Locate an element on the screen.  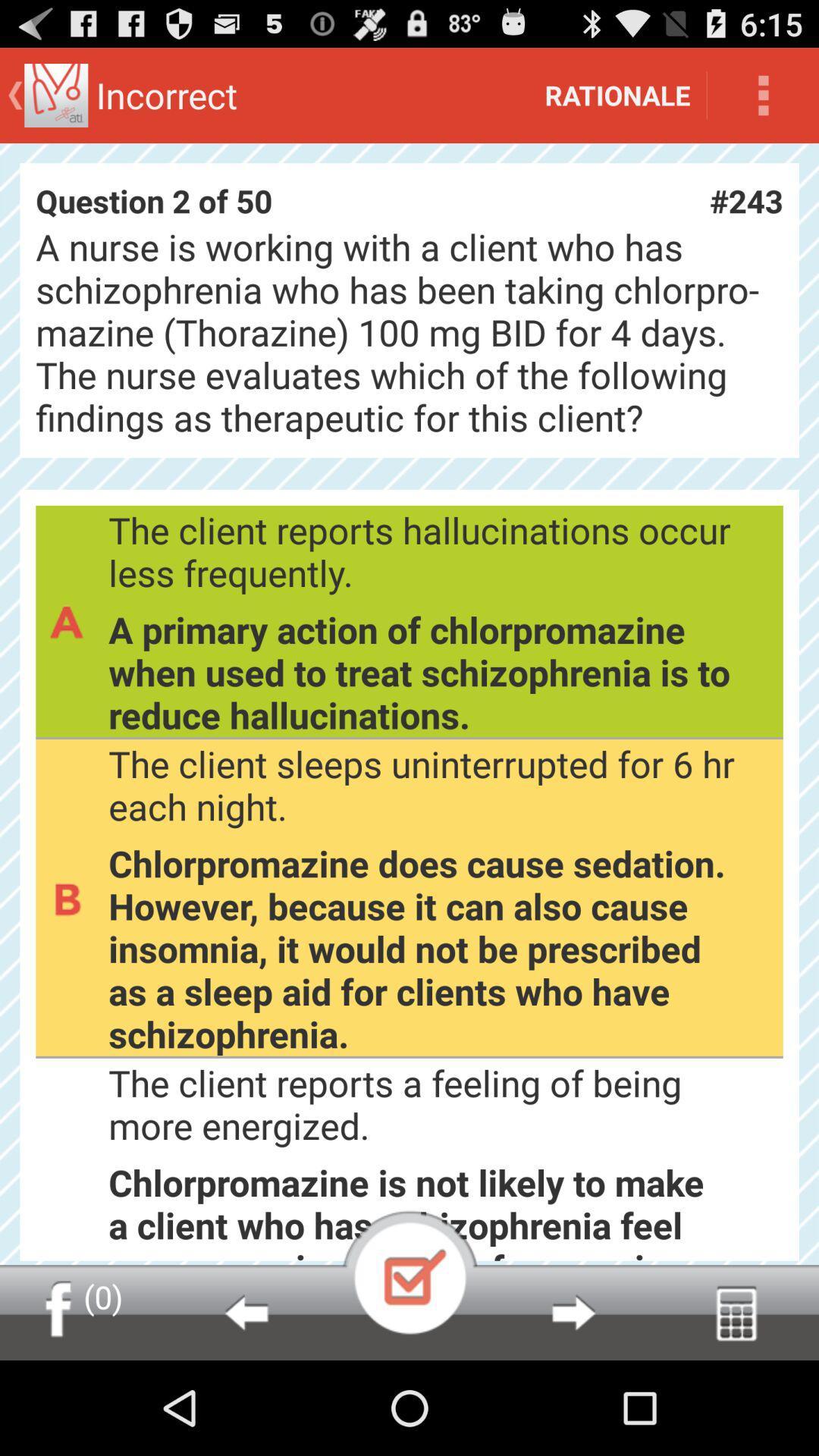
go ahead is located at coordinates (573, 1312).